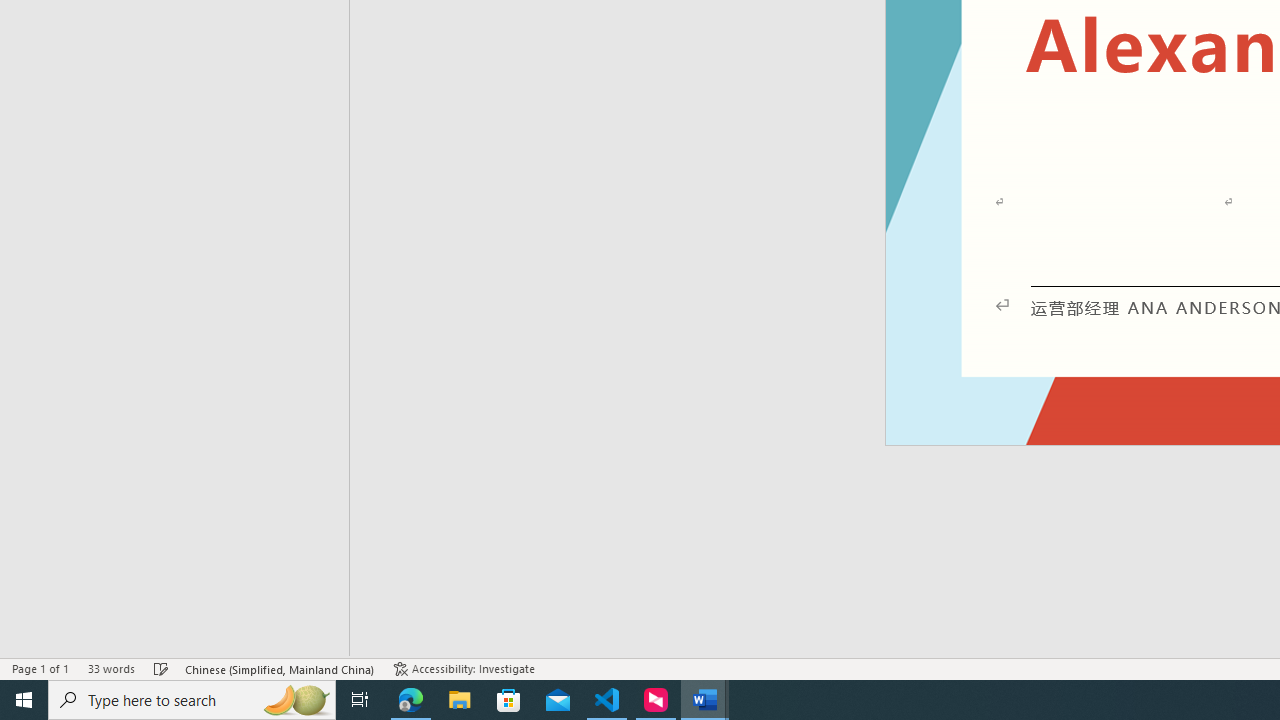 The image size is (1280, 720). Describe the element at coordinates (279, 669) in the screenshot. I see `'Language Chinese (Simplified, Mainland China)'` at that location.